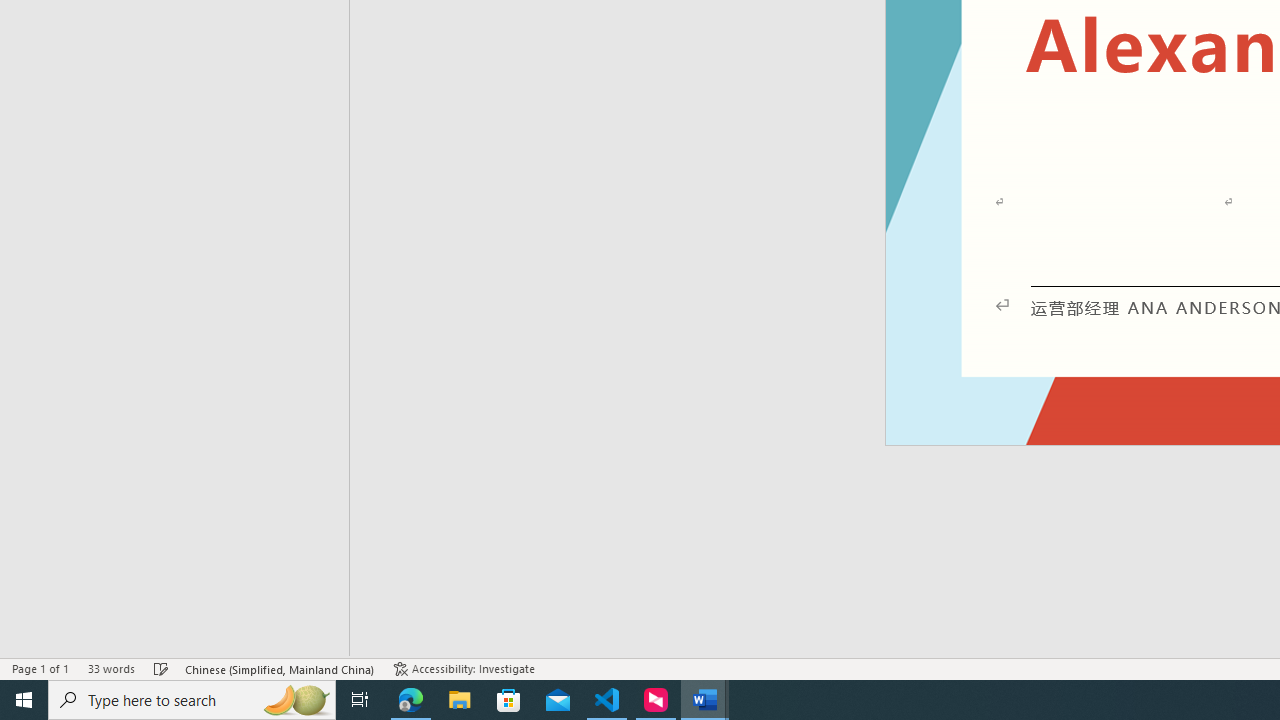 The image size is (1280, 720). Describe the element at coordinates (279, 669) in the screenshot. I see `'Language Chinese (Simplified, Mainland China)'` at that location.